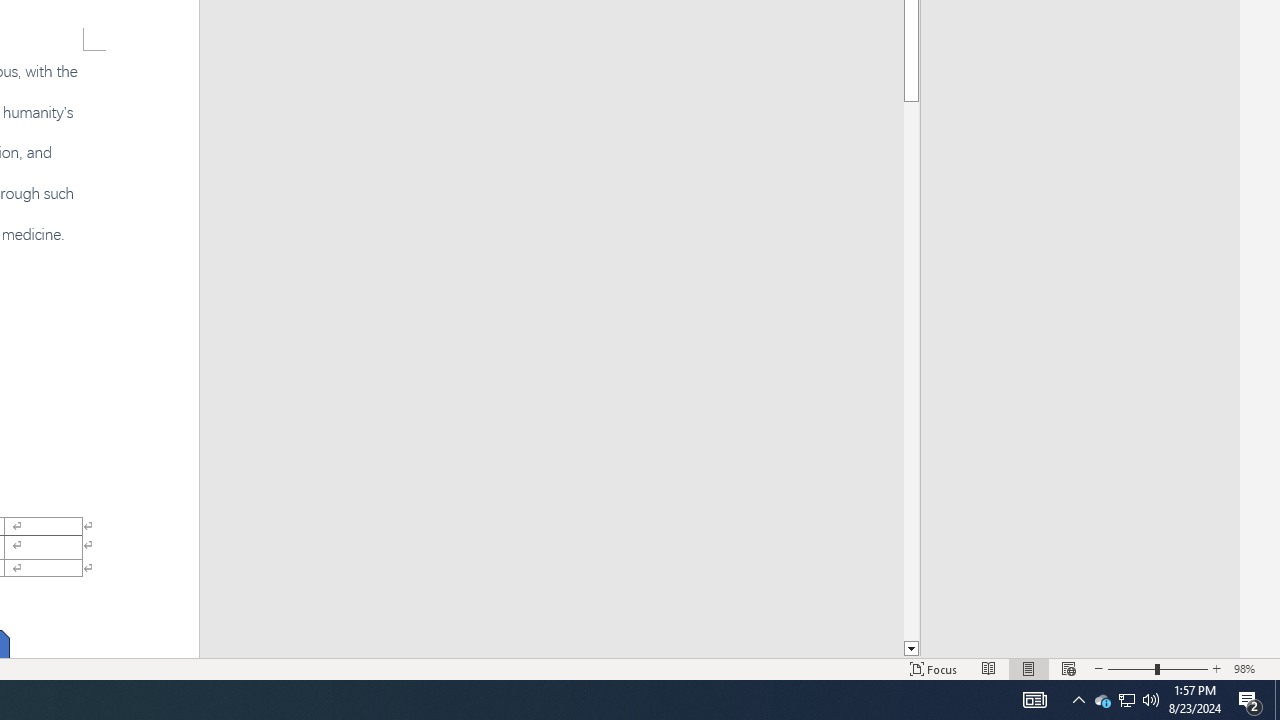  I want to click on 'Focus ', so click(933, 669).